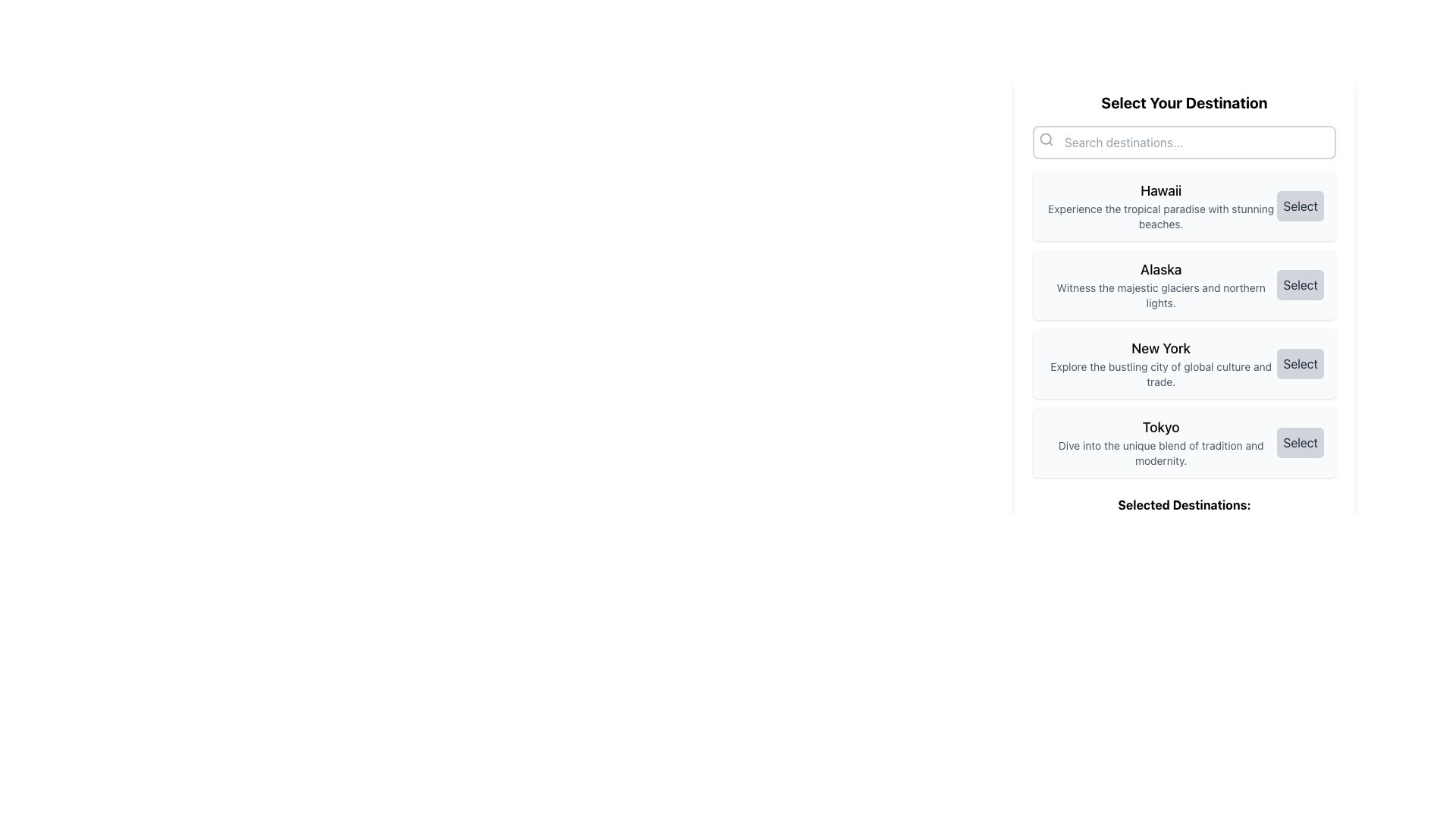  Describe the element at coordinates (1045, 139) in the screenshot. I see `the SVG Circle element representing the magnifying glass in the search bar, located at the top-left corner of the search bar` at that location.